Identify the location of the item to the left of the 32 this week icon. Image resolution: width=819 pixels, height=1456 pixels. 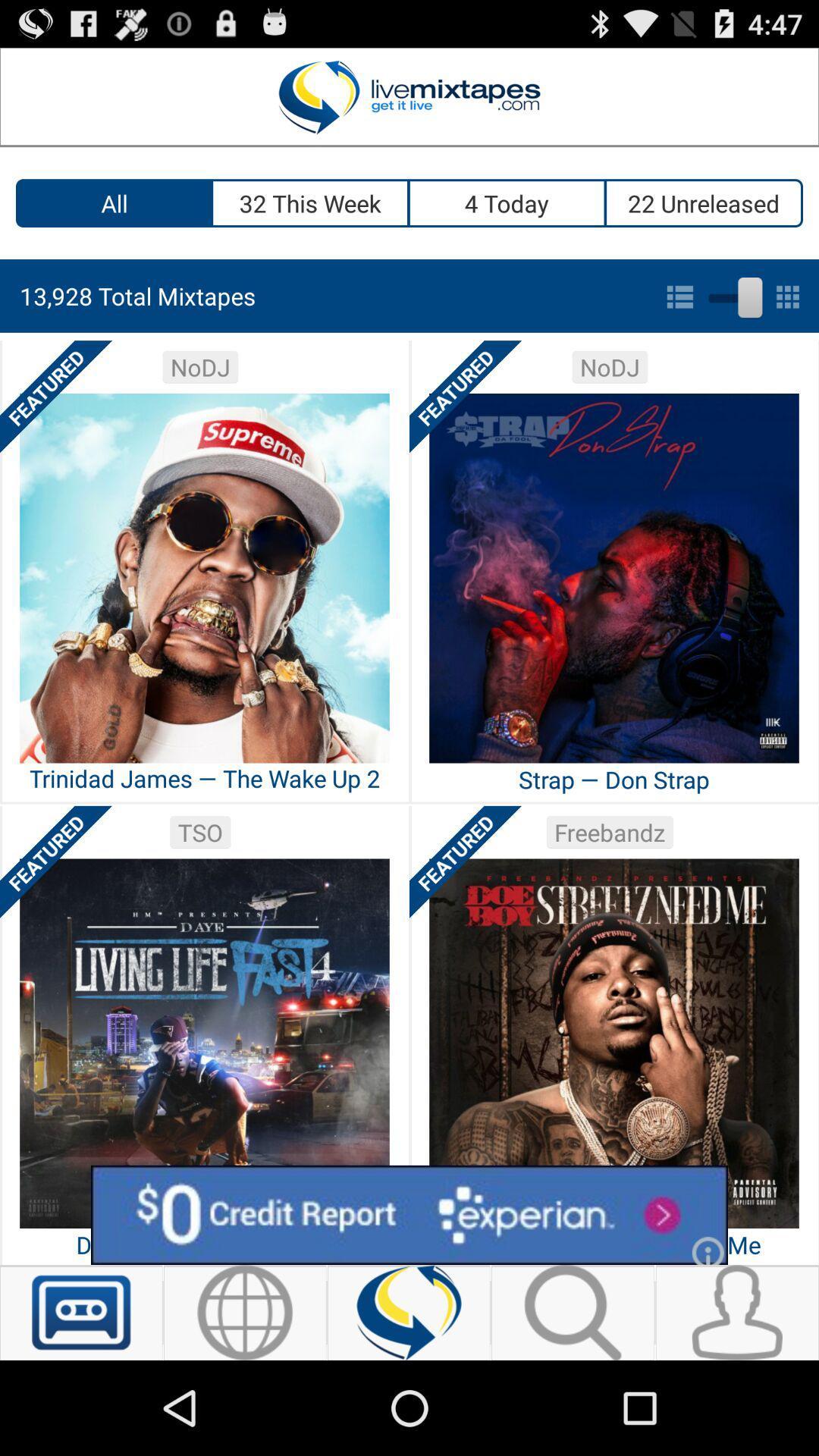
(113, 202).